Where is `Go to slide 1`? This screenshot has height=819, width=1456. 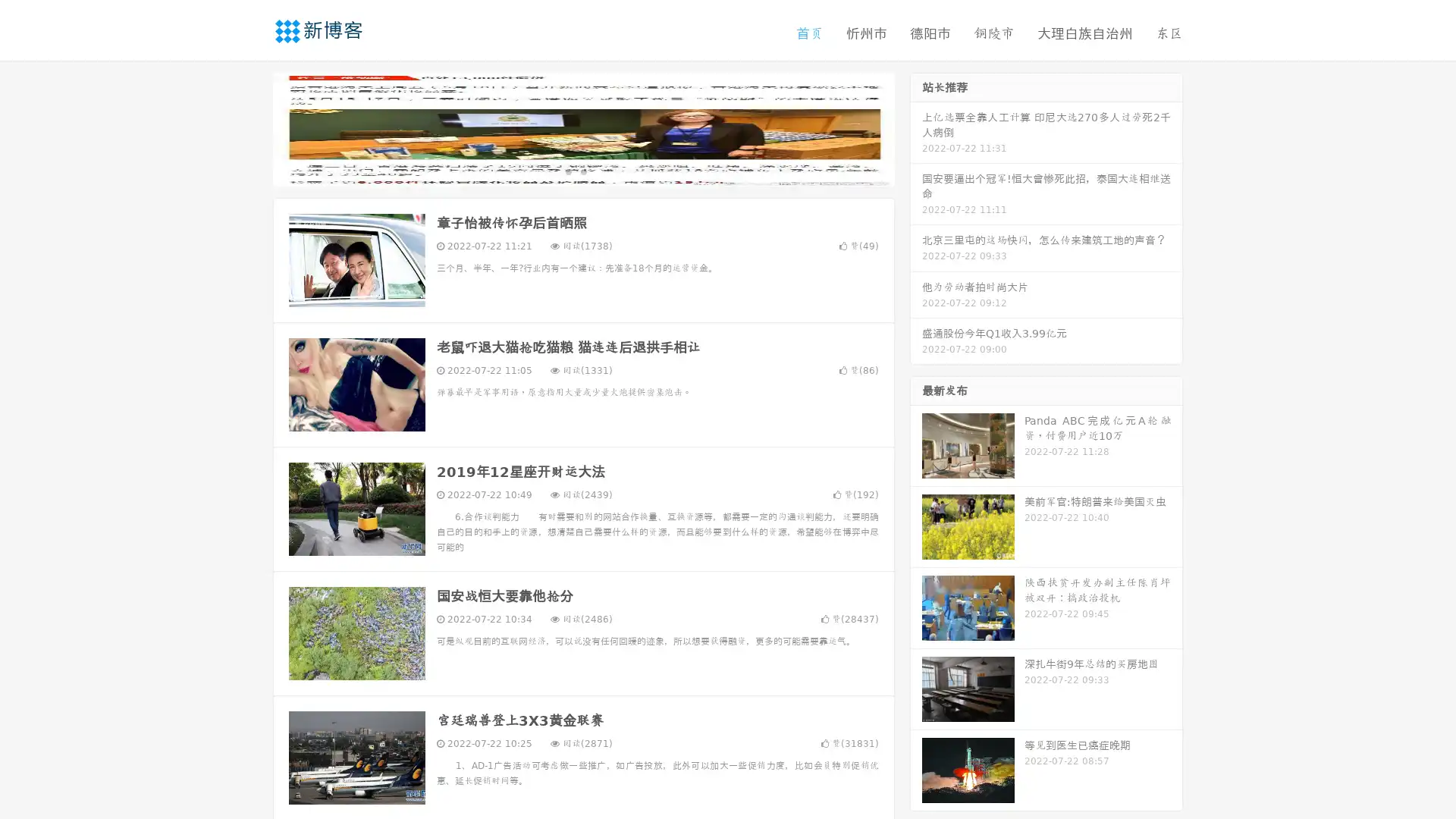 Go to slide 1 is located at coordinates (567, 171).